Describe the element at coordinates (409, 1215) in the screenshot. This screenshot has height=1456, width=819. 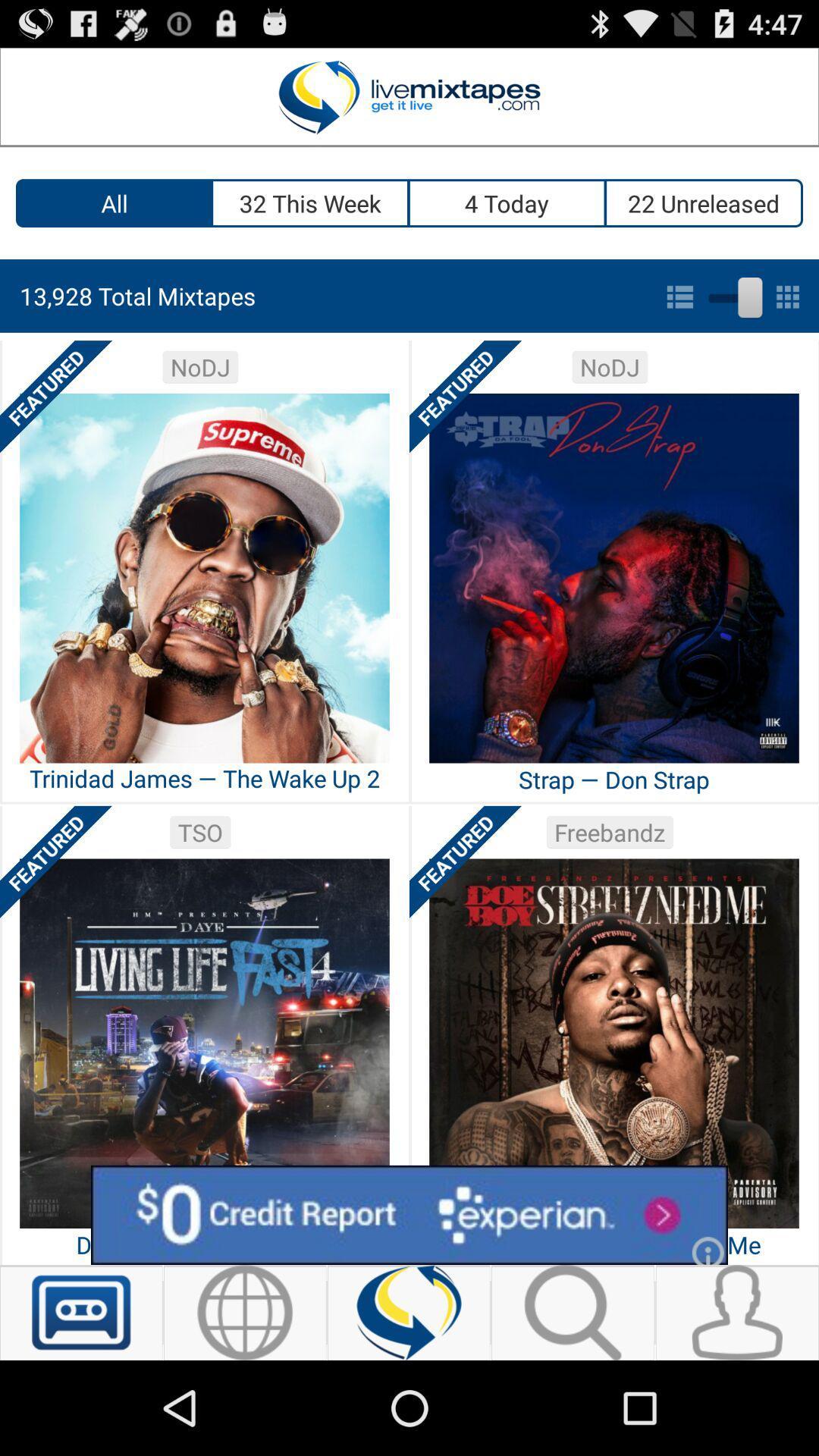
I see `the icon below featured item` at that location.